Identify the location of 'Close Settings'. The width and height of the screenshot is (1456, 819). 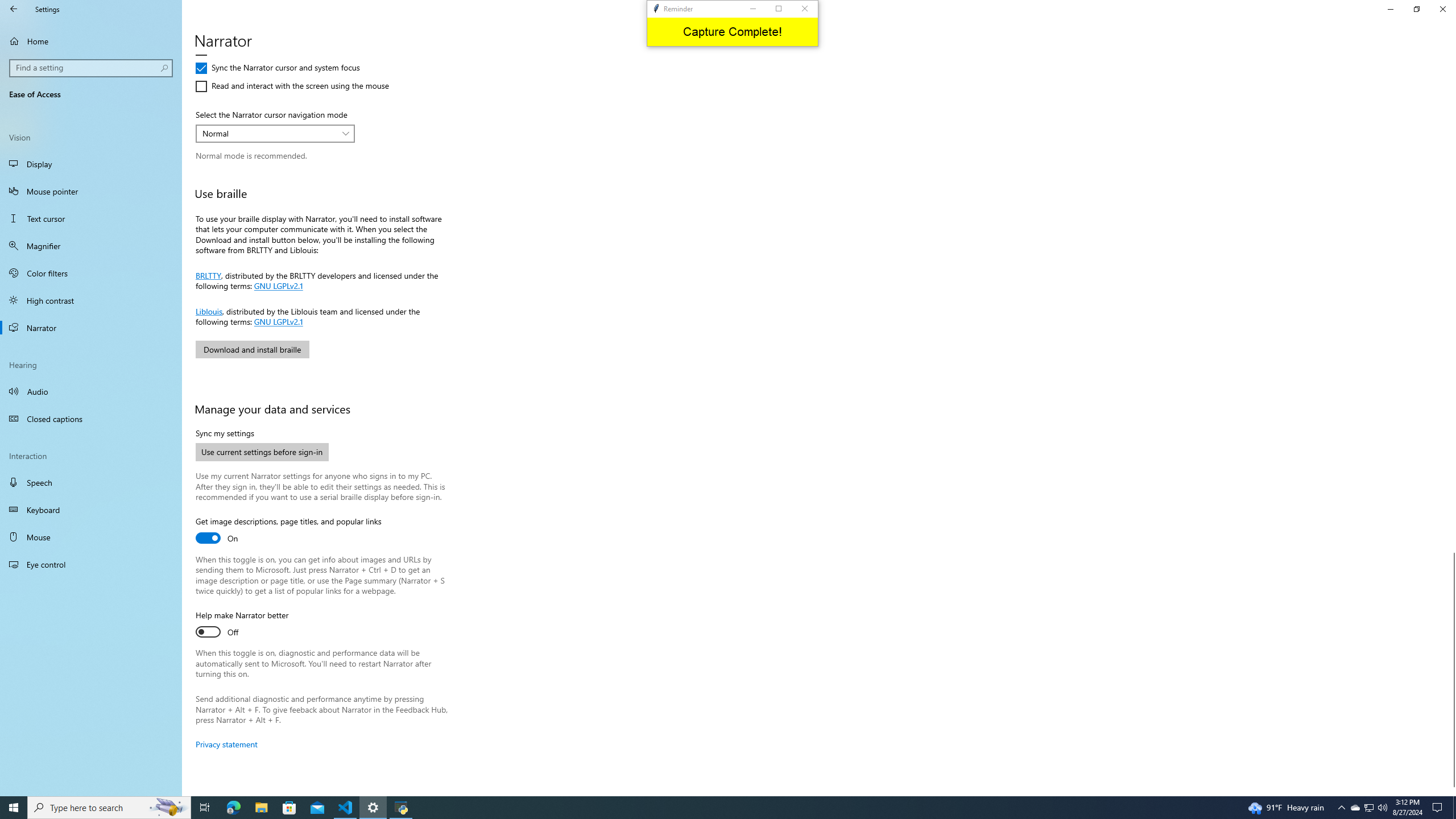
(1442, 9).